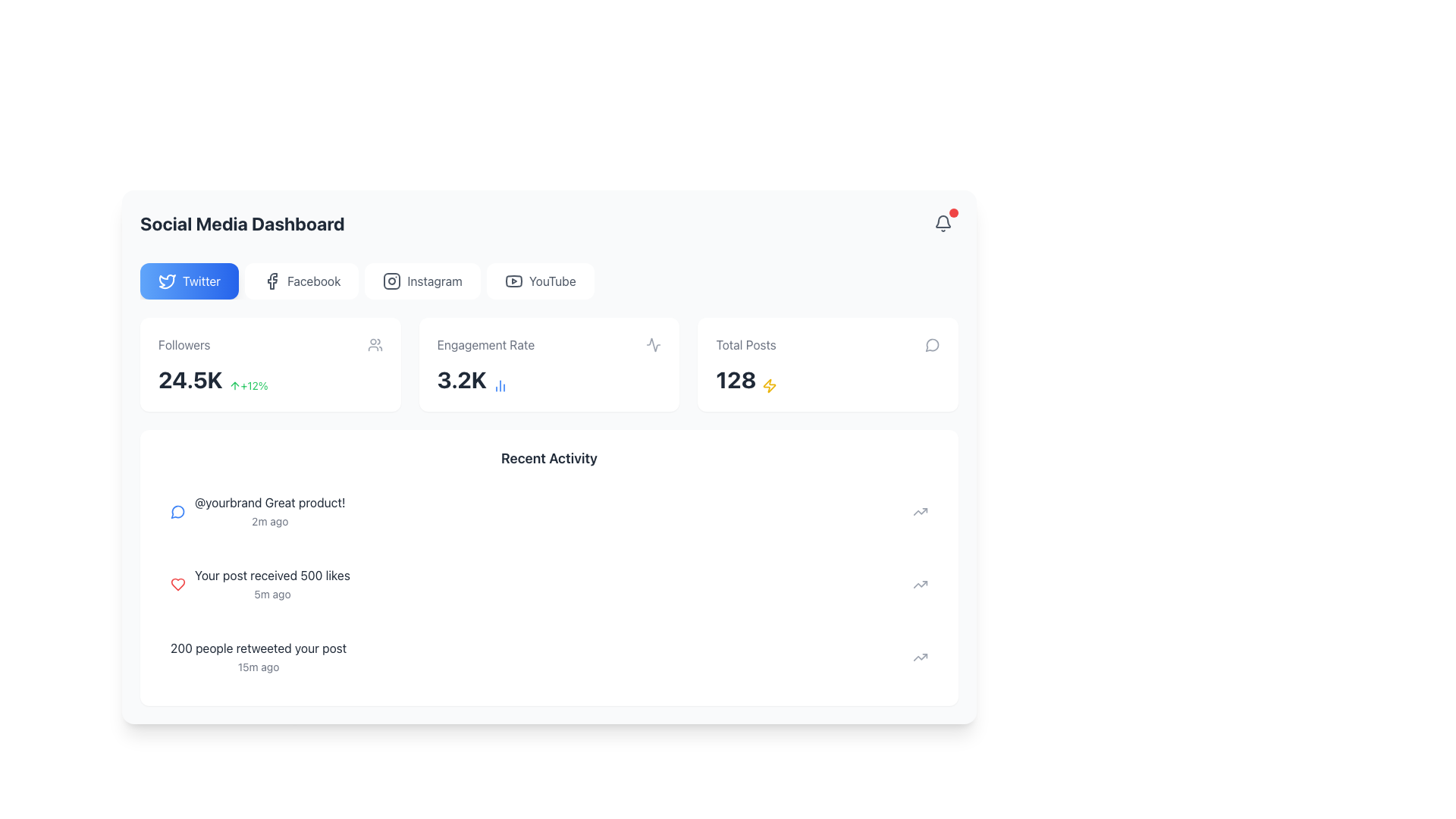 The image size is (1456, 819). Describe the element at coordinates (190, 379) in the screenshot. I see `the Text Display element that shows the numeric value '24.5K', which is styled in a large, bold, dark grey font against a light background` at that location.